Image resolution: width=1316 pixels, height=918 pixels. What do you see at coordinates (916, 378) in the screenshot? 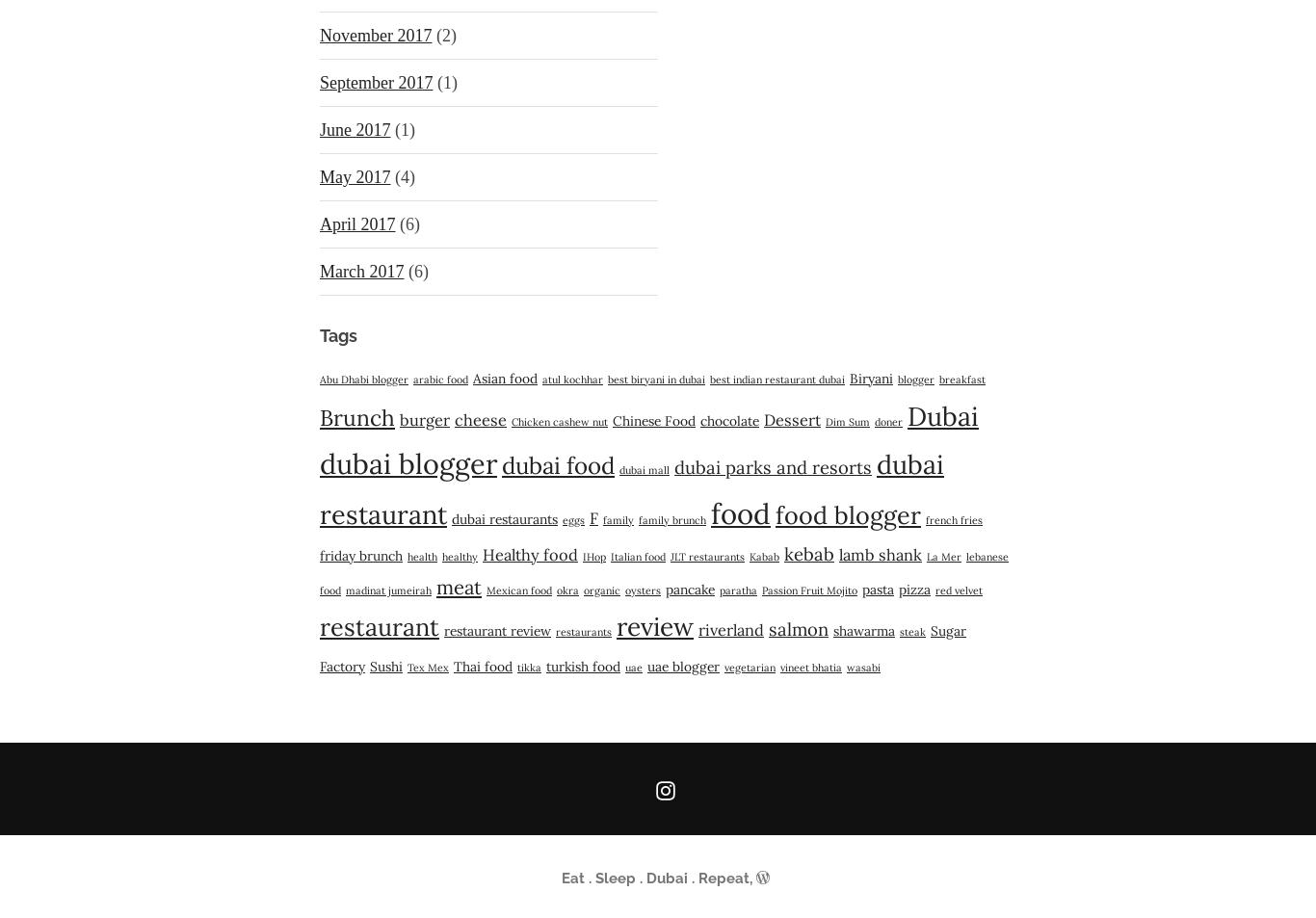
I see `'blogger'` at bounding box center [916, 378].